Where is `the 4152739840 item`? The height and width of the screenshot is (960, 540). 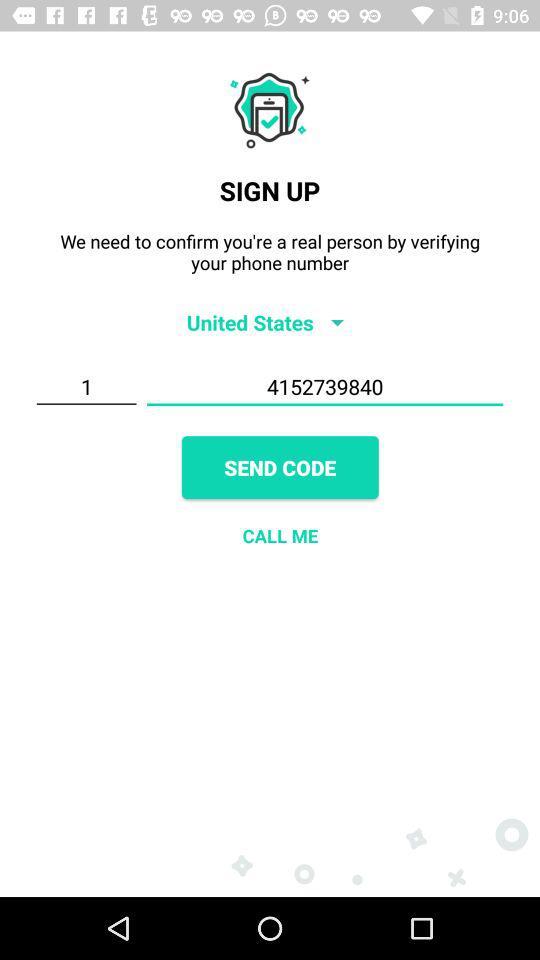
the 4152739840 item is located at coordinates (325, 386).